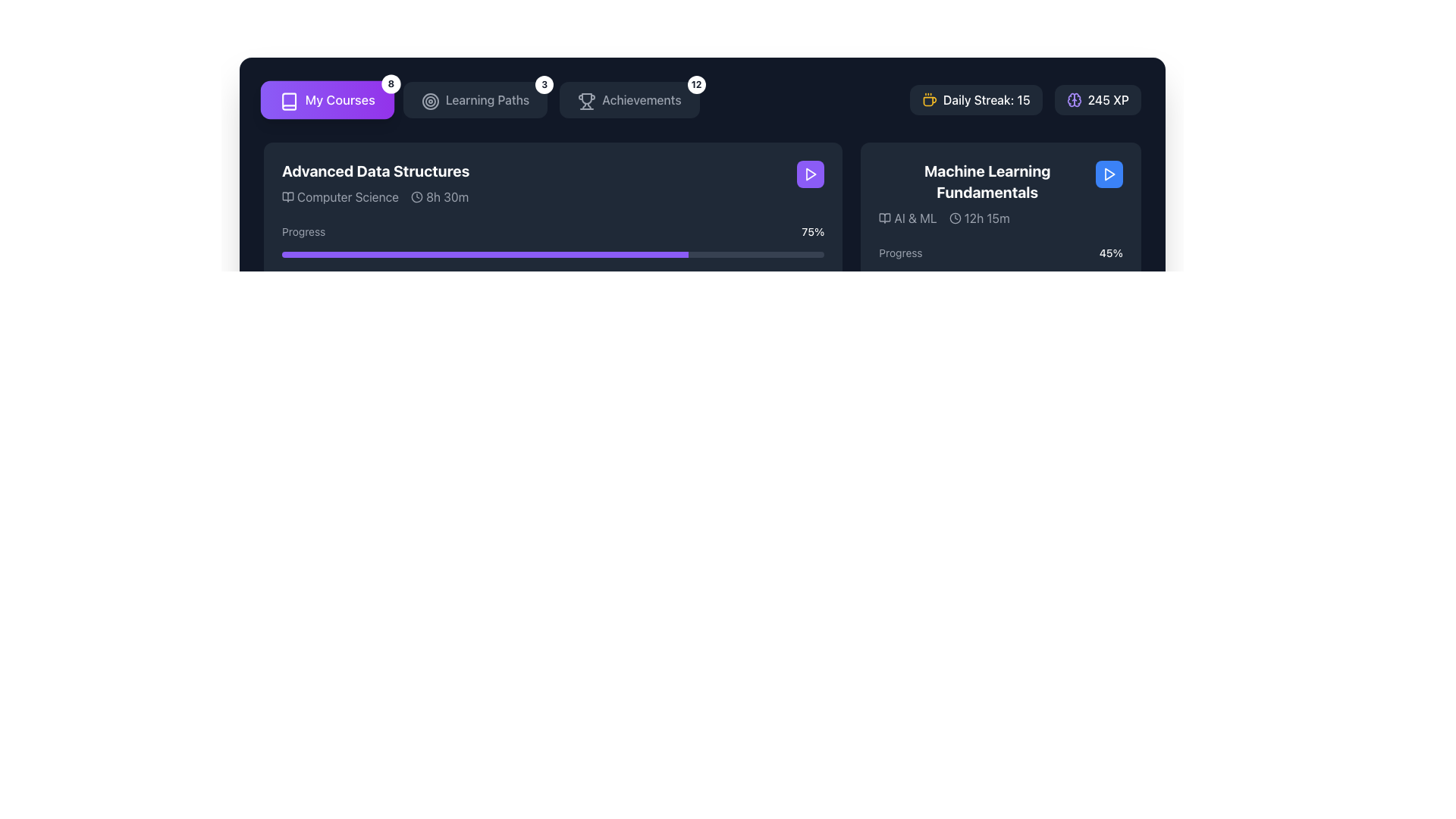 This screenshot has width=1456, height=819. I want to click on text 'Learning Paths' from the text label located in the horizontal navigation bar, which is styled with a medium weight font and positioned between an icon and a notification badge, so click(488, 99).